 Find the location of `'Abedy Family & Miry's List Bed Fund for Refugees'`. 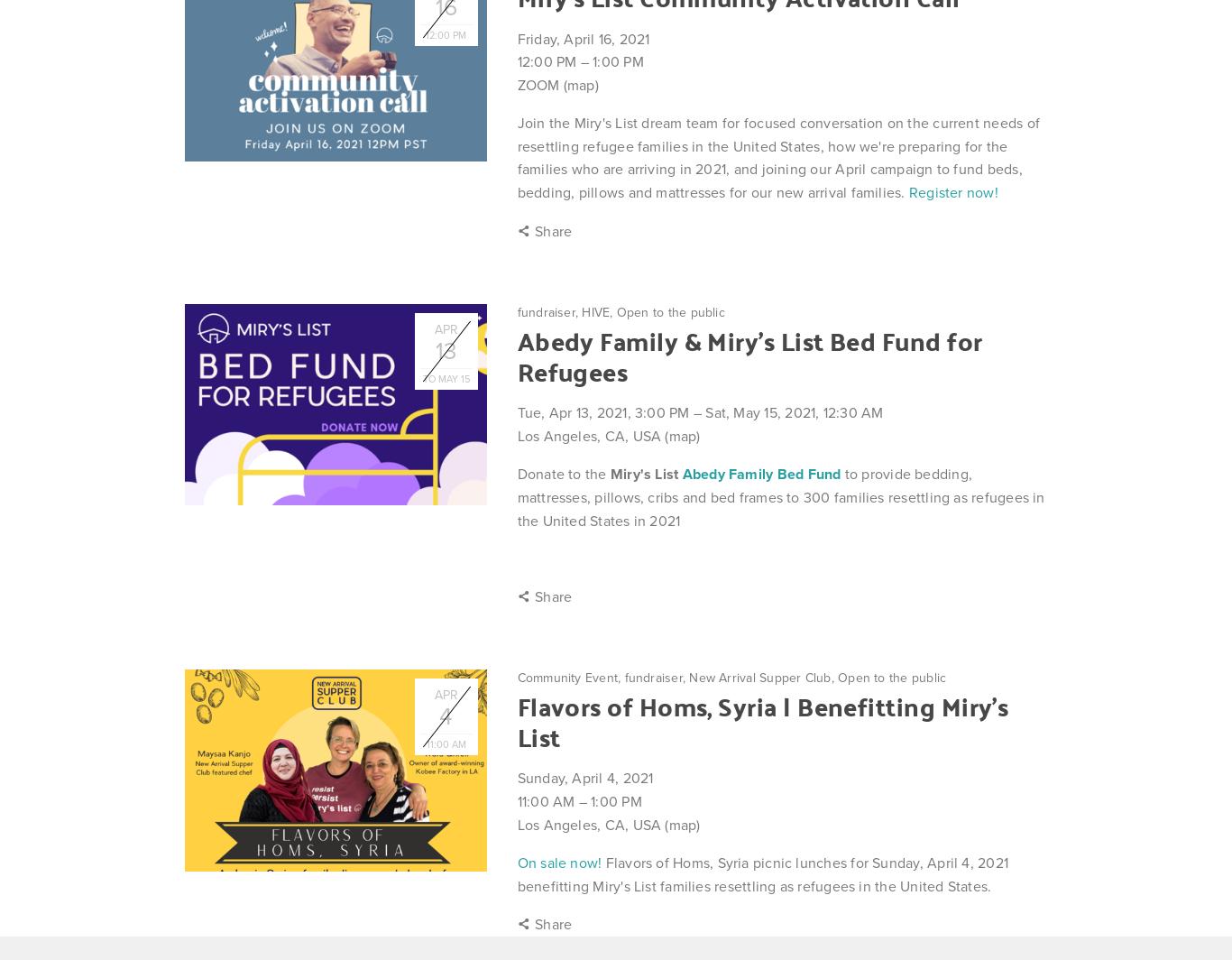

'Abedy Family & Miry's List Bed Fund for Refugees' is located at coordinates (516, 355).